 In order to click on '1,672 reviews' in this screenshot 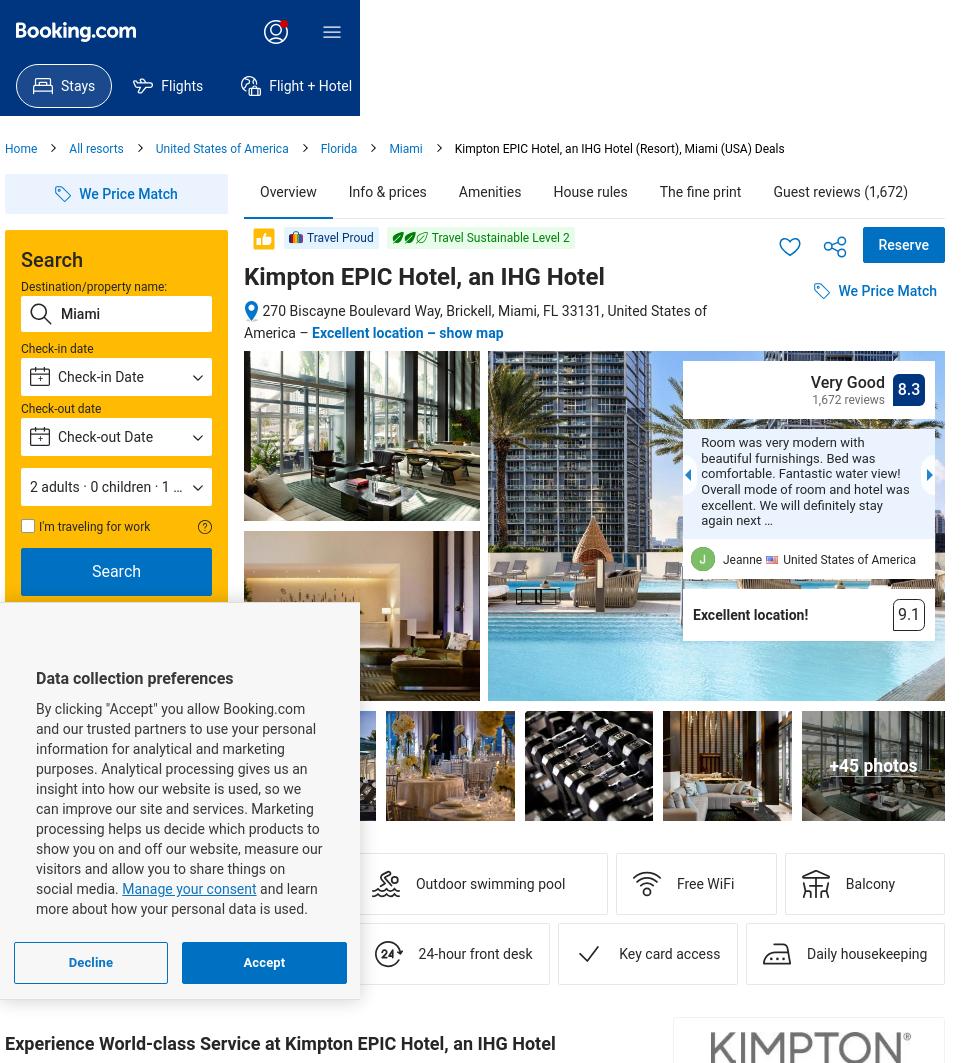, I will do `click(848, 400)`.